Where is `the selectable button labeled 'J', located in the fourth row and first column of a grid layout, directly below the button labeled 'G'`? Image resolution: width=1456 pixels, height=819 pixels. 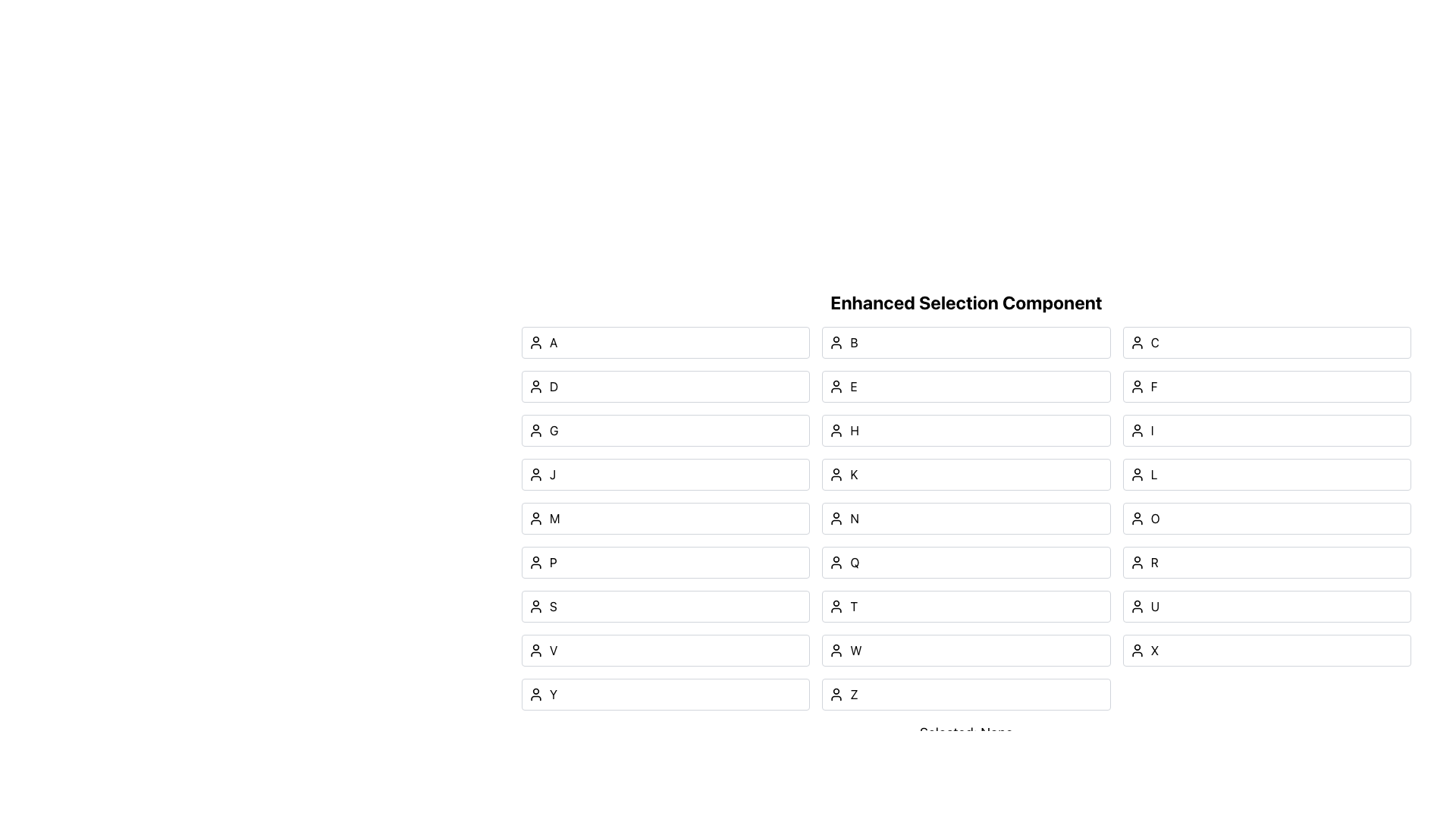
the selectable button labeled 'J', located in the fourth row and first column of a grid layout, directly below the button labeled 'G' is located at coordinates (666, 473).